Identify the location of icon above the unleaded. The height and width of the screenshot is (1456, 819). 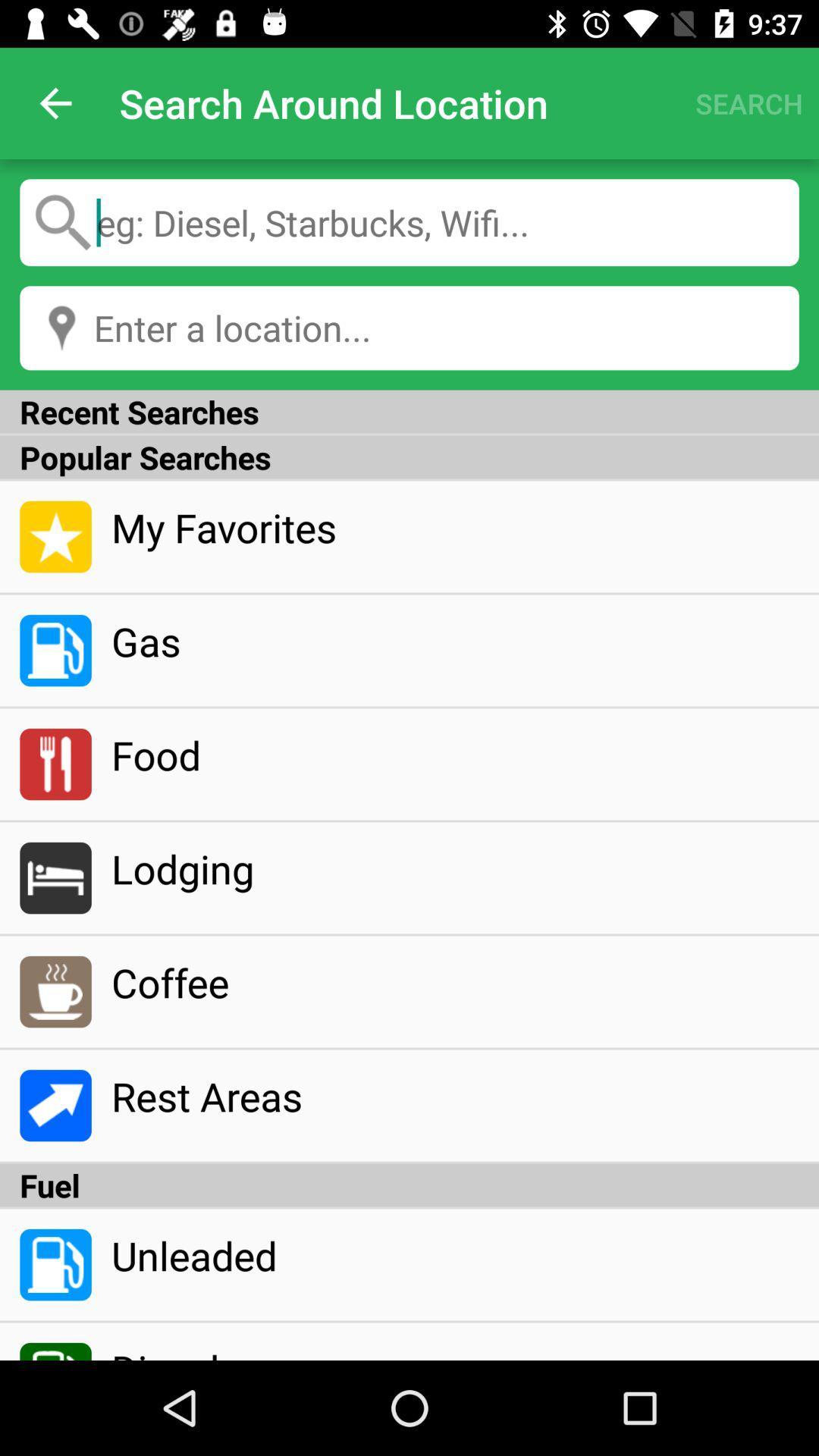
(409, 1185).